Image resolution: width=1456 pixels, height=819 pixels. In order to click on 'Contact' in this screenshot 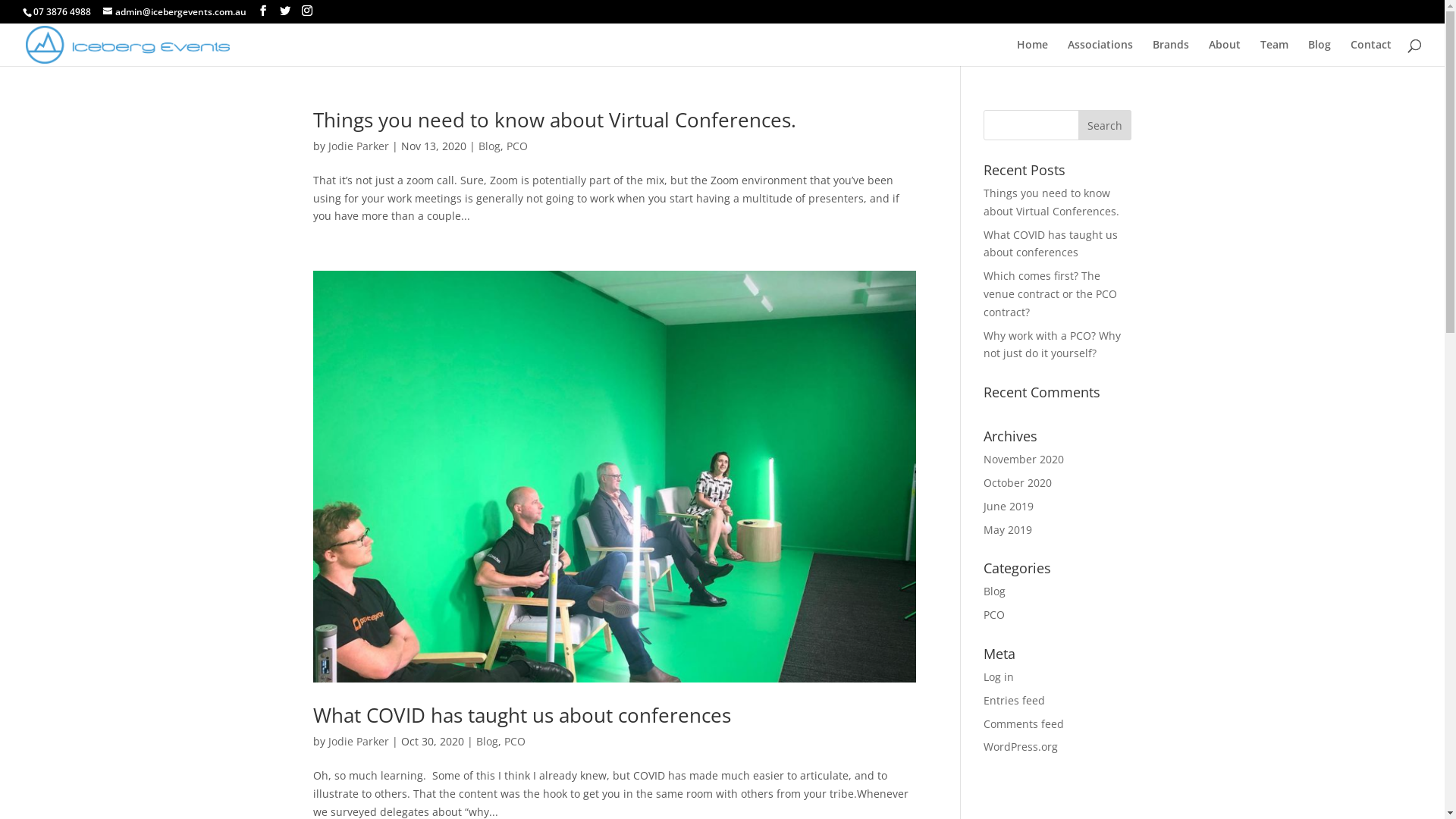, I will do `click(1371, 52)`.